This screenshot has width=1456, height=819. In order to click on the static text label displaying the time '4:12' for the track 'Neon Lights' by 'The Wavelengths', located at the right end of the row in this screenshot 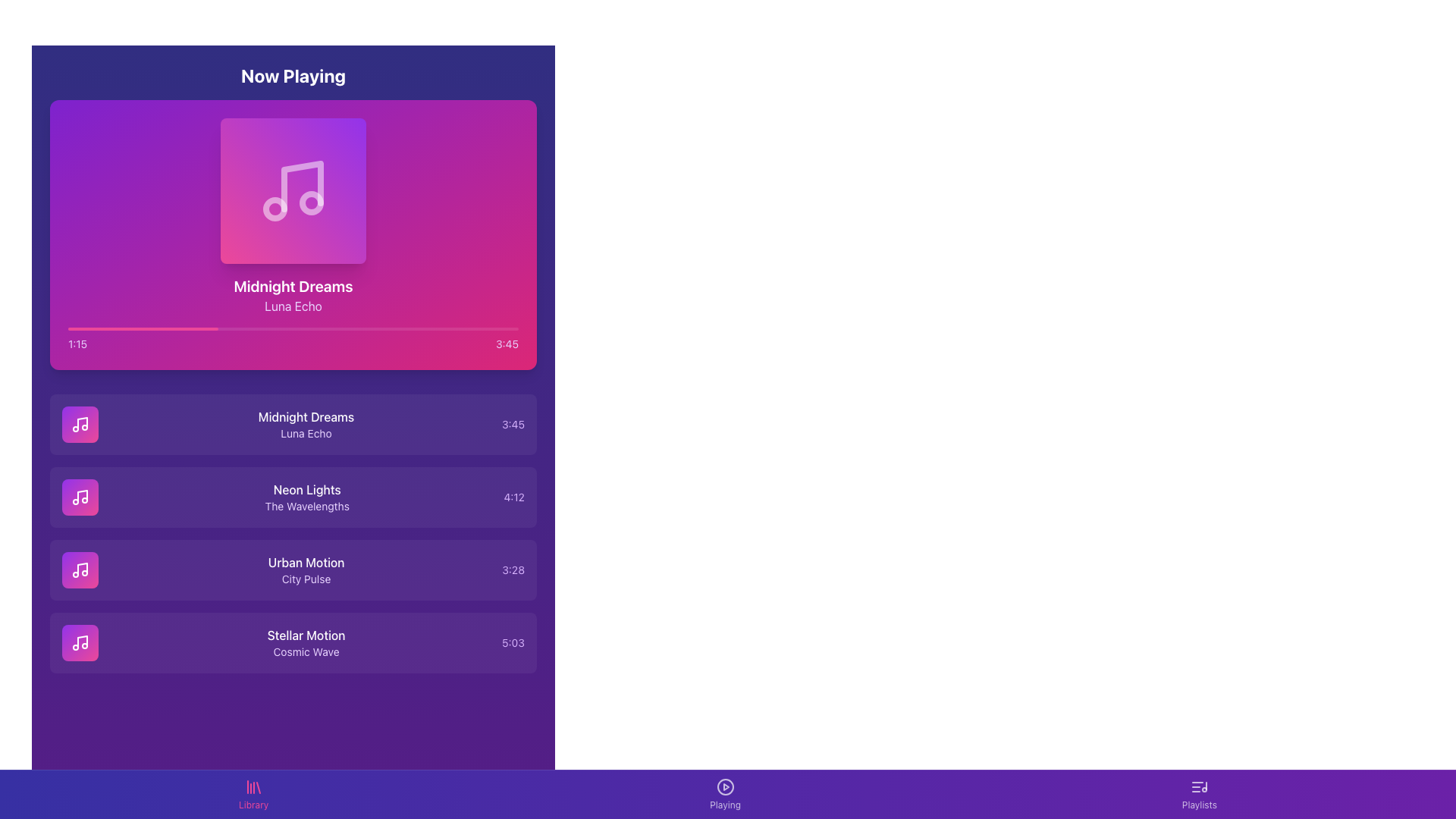, I will do `click(514, 497)`.